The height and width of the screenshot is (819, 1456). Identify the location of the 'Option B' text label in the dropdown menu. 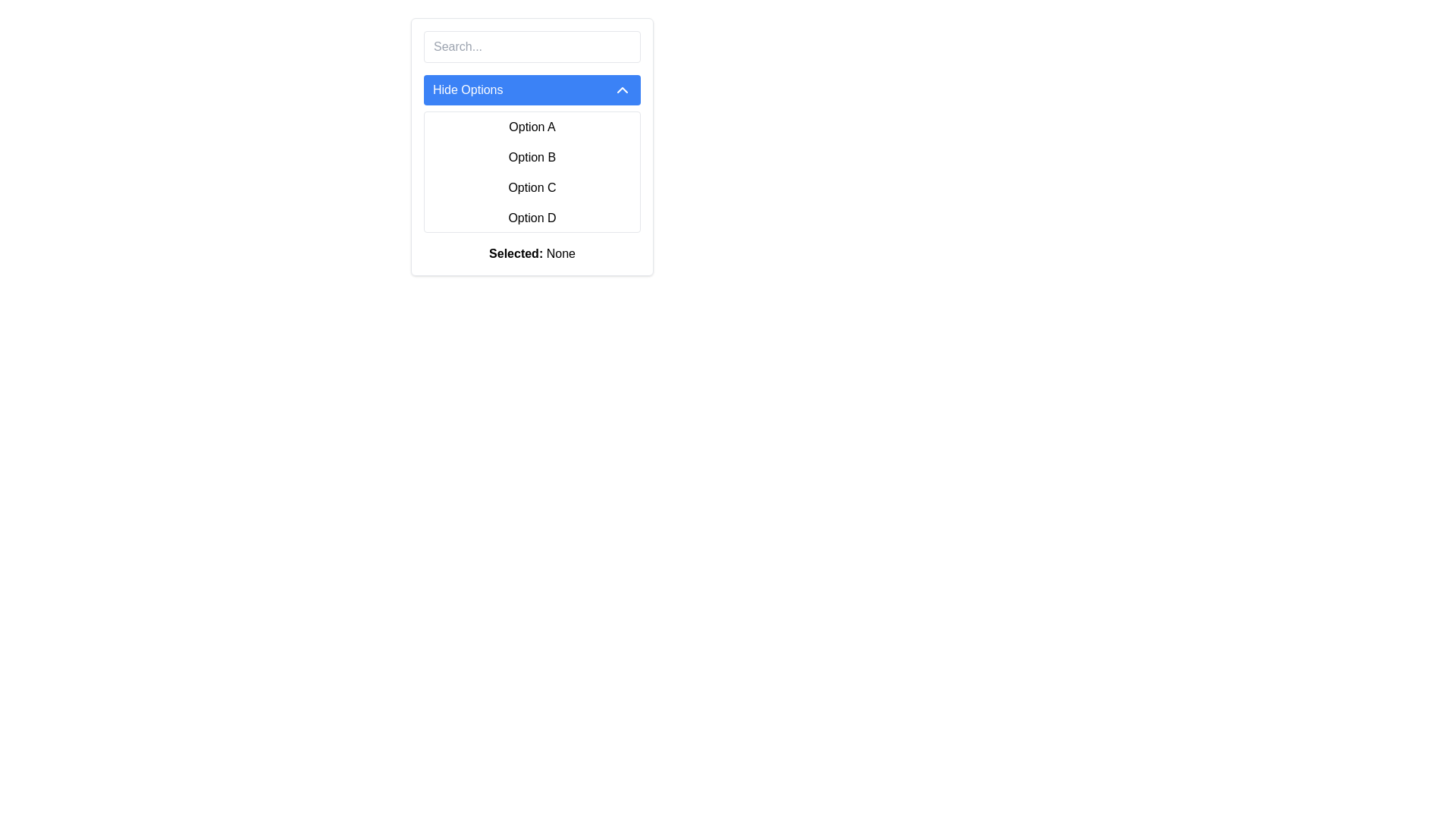
(532, 158).